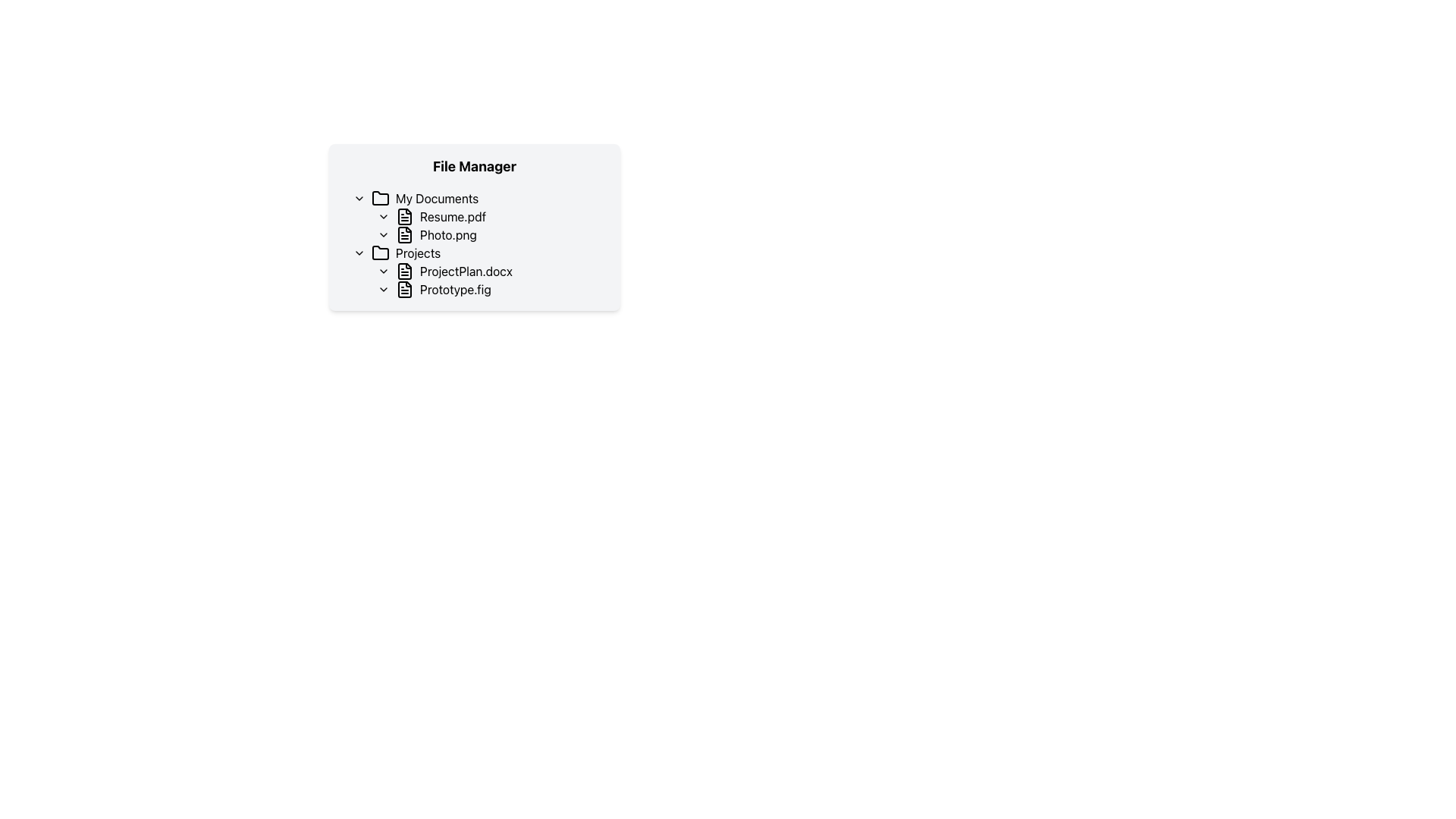 The width and height of the screenshot is (1456, 819). Describe the element at coordinates (435, 234) in the screenshot. I see `the text label indicating the file named 'Photo.png' located in the 'My Documents' folder, positioned under 'Resume.pdf' and above the 'Projects' folder` at that location.